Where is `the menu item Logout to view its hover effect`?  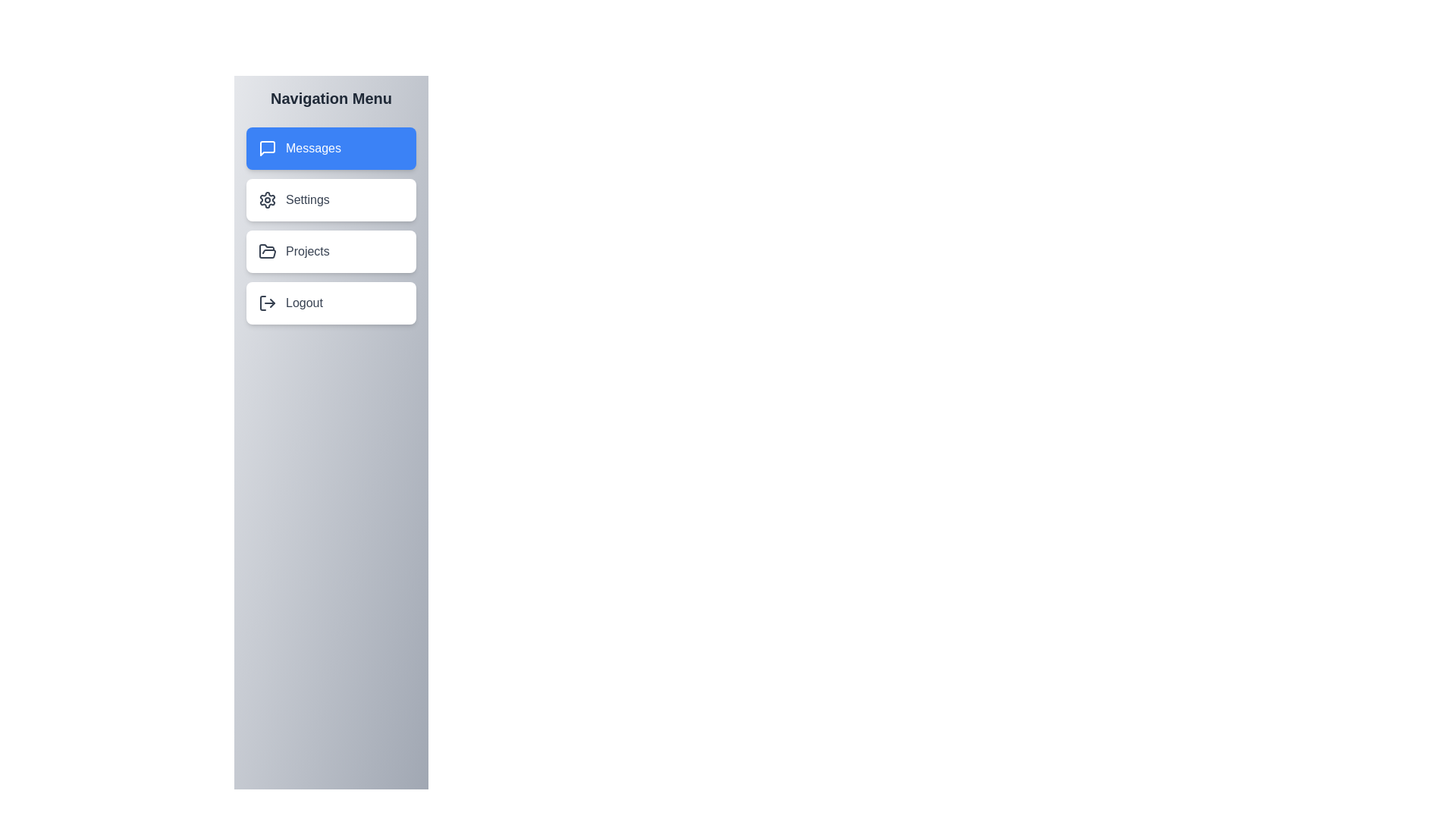 the menu item Logout to view its hover effect is located at coordinates (330, 303).